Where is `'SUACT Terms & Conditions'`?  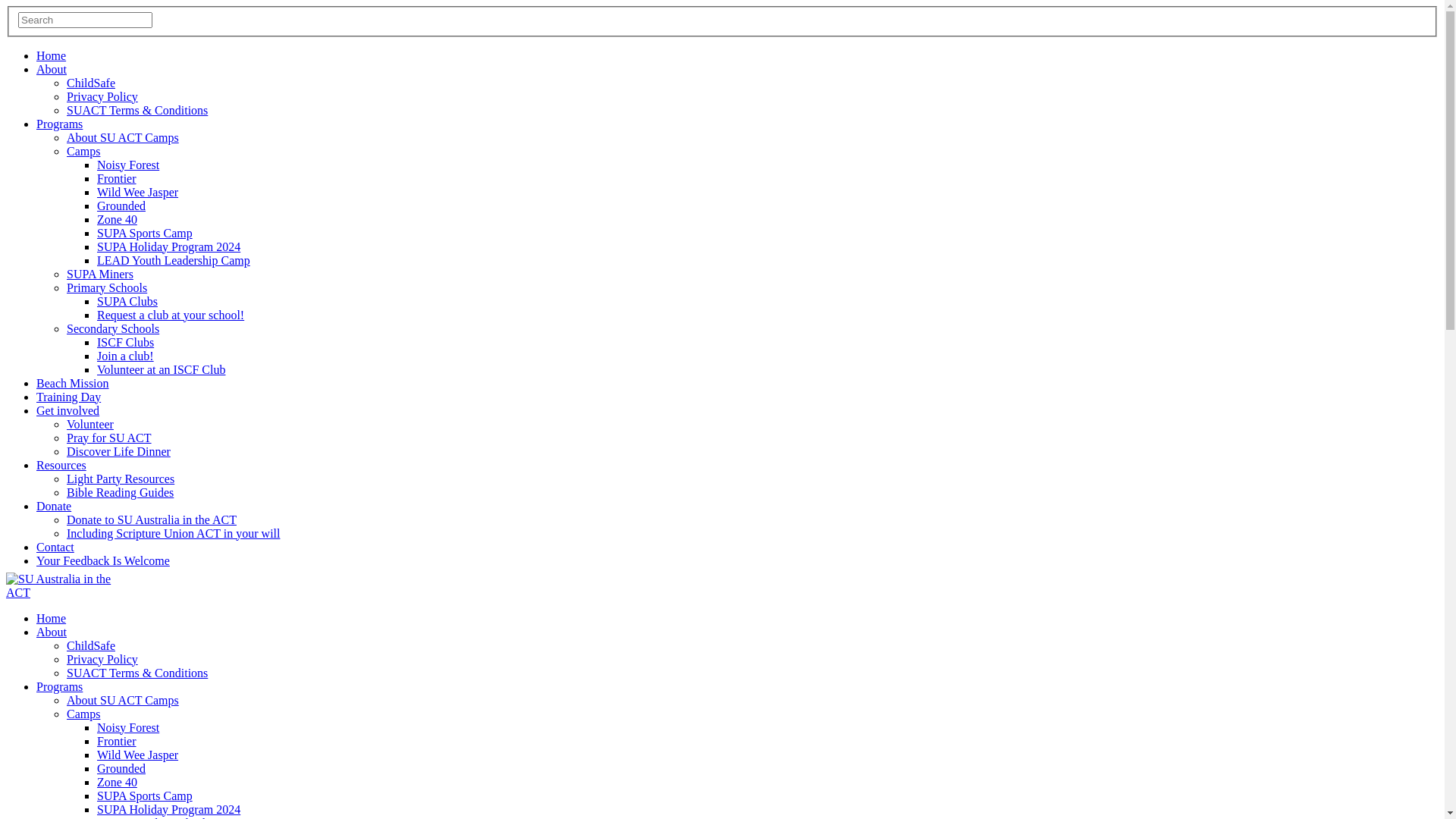
'SUACT Terms & Conditions' is located at coordinates (137, 672).